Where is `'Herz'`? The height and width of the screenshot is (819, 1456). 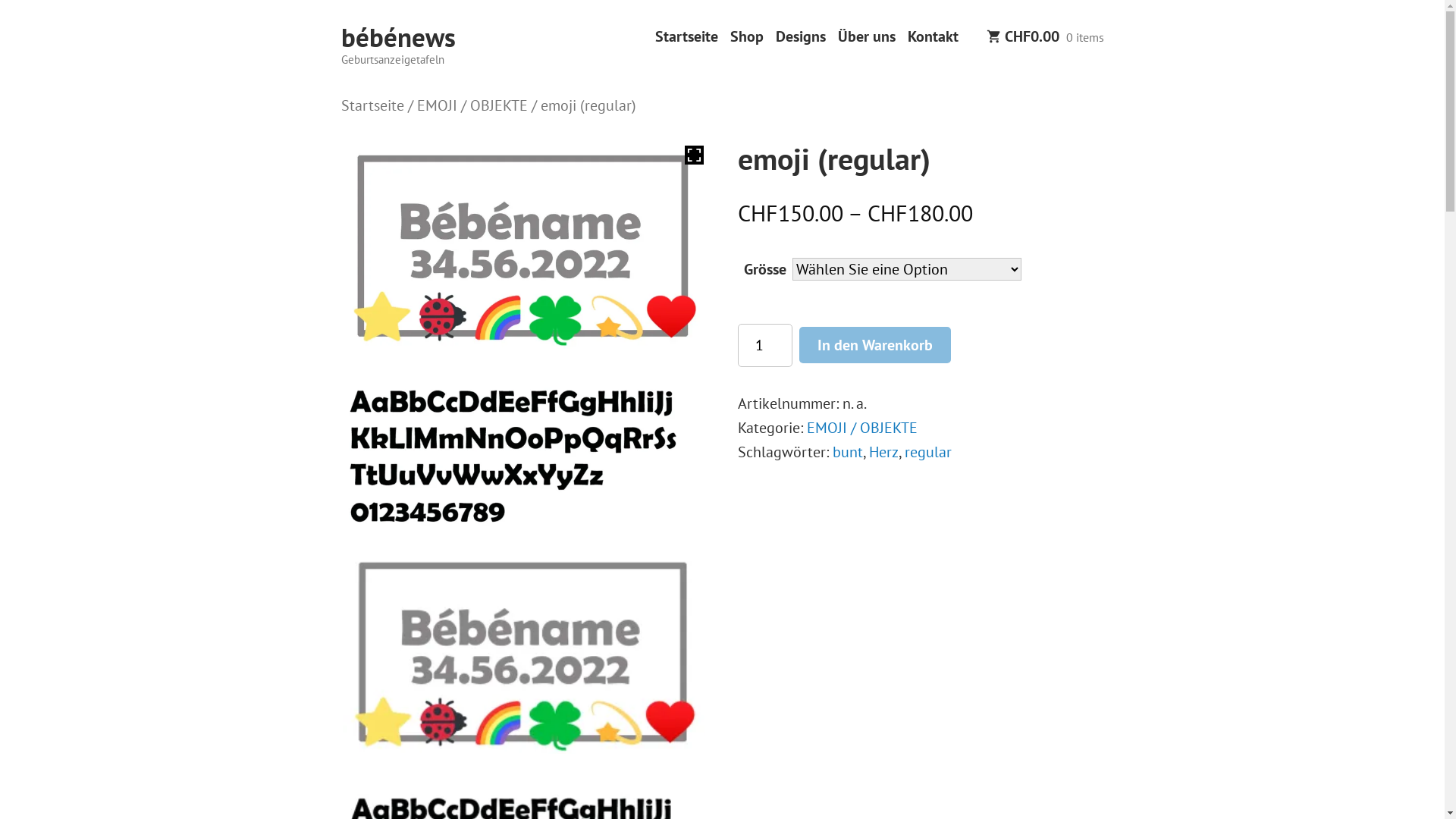
'Herz' is located at coordinates (883, 451).